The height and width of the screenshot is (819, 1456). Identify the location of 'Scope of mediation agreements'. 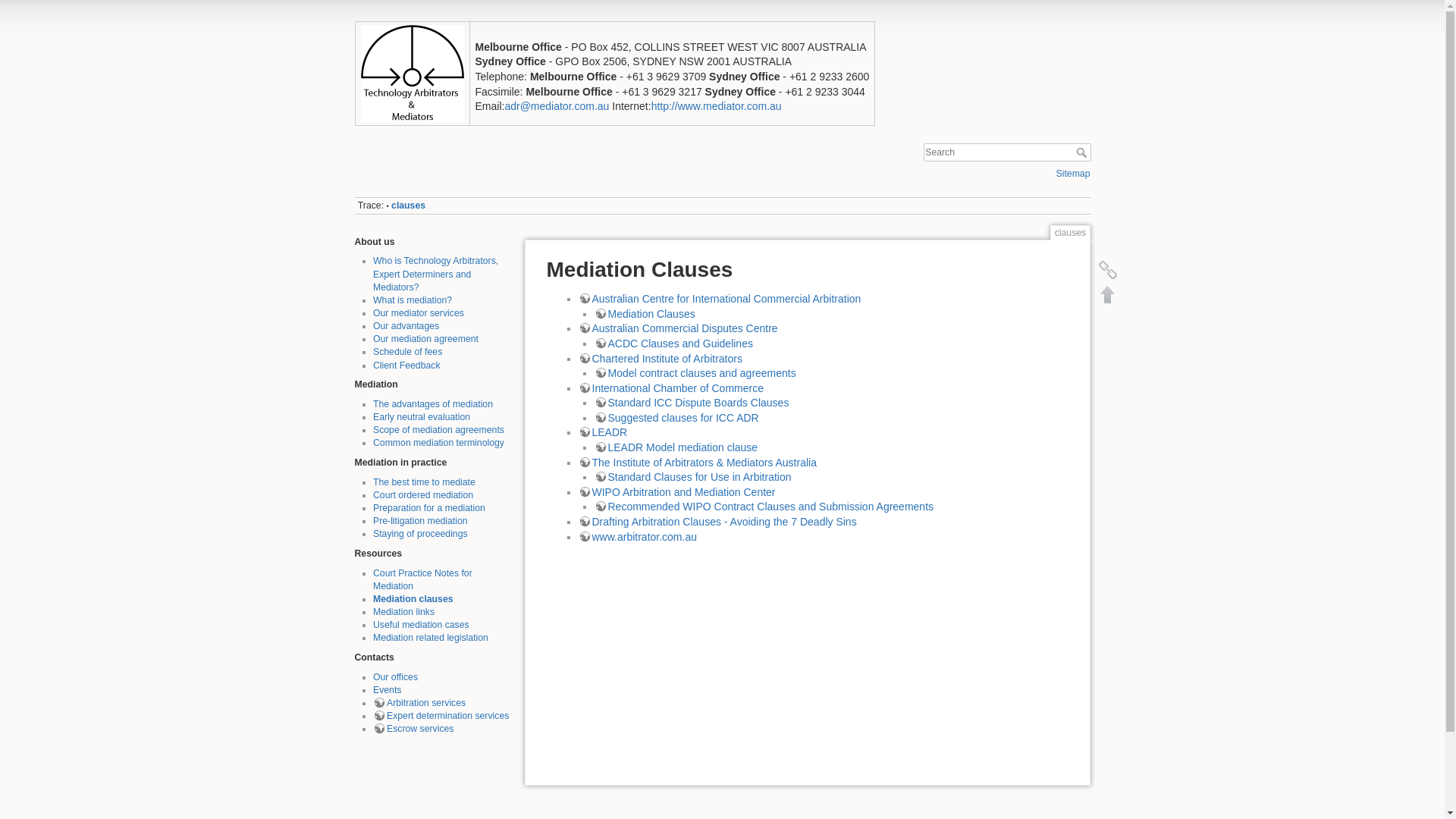
(438, 430).